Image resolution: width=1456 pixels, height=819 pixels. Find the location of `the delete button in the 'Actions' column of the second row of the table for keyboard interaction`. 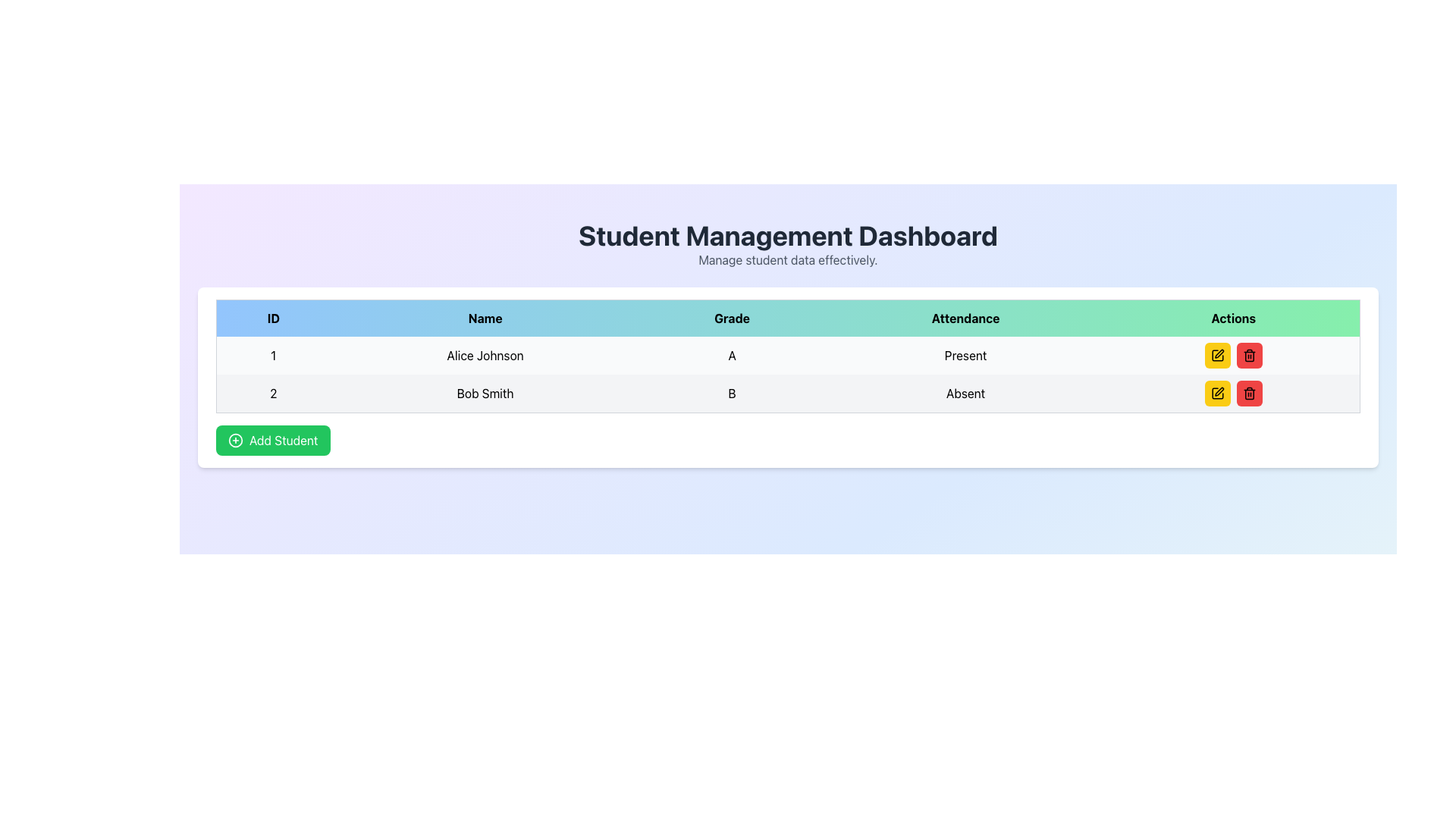

the delete button in the 'Actions' column of the second row of the table for keyboard interaction is located at coordinates (1249, 393).